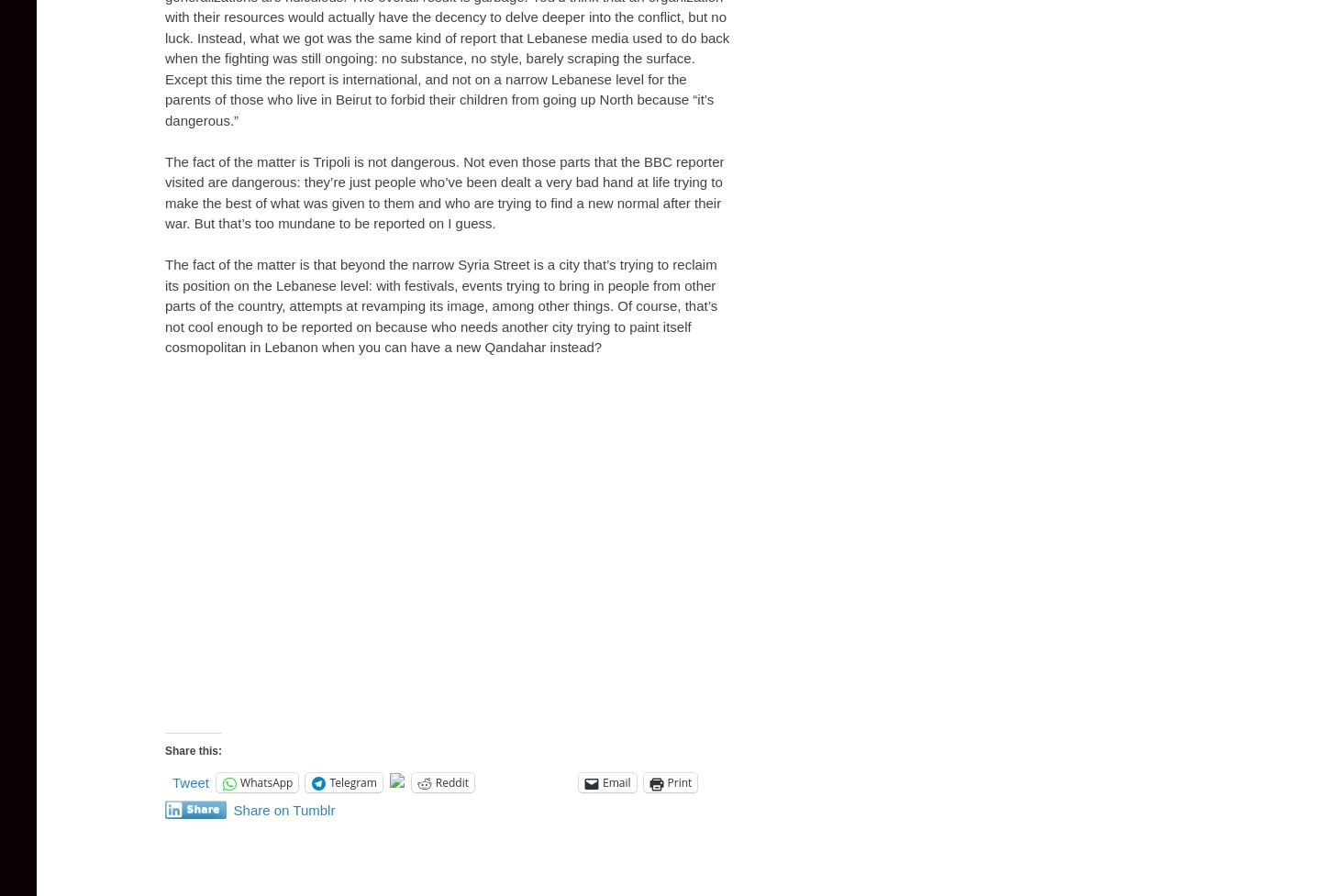 The height and width of the screenshot is (896, 1321). What do you see at coordinates (443, 191) in the screenshot?
I see `'The fact of the matter is Tripoli is not dangerous. Not even those parts that the BBC reporter visited are dangerous: they’re just people who’ve been dealt a very bad hand at life trying to make the best of what was given to them and who are trying to find a new normal after their war. But that’s too mundane to be reported on I guess.'` at bounding box center [443, 191].